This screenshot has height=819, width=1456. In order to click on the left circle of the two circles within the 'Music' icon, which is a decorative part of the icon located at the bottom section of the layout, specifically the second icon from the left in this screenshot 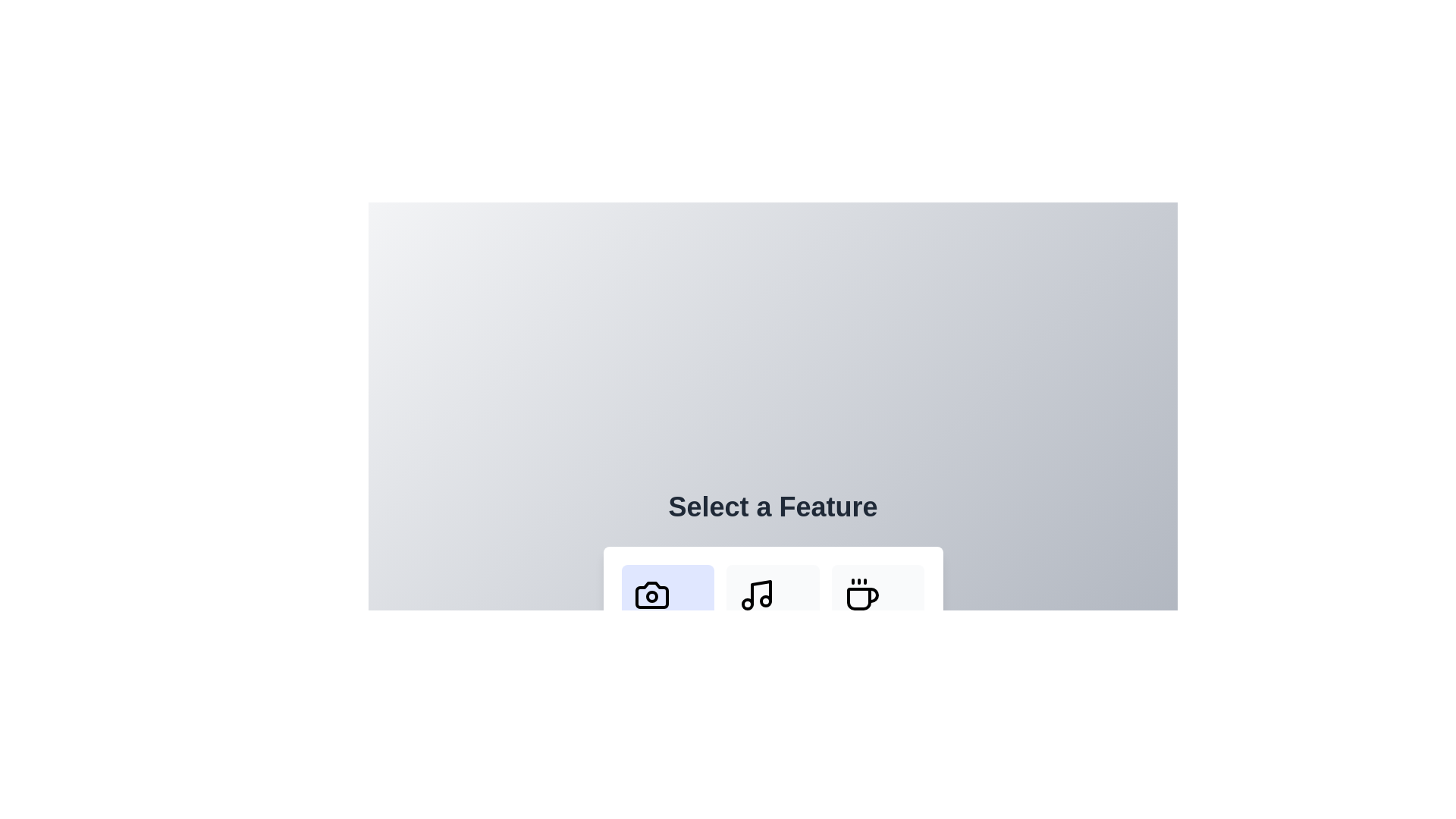, I will do `click(748, 604)`.